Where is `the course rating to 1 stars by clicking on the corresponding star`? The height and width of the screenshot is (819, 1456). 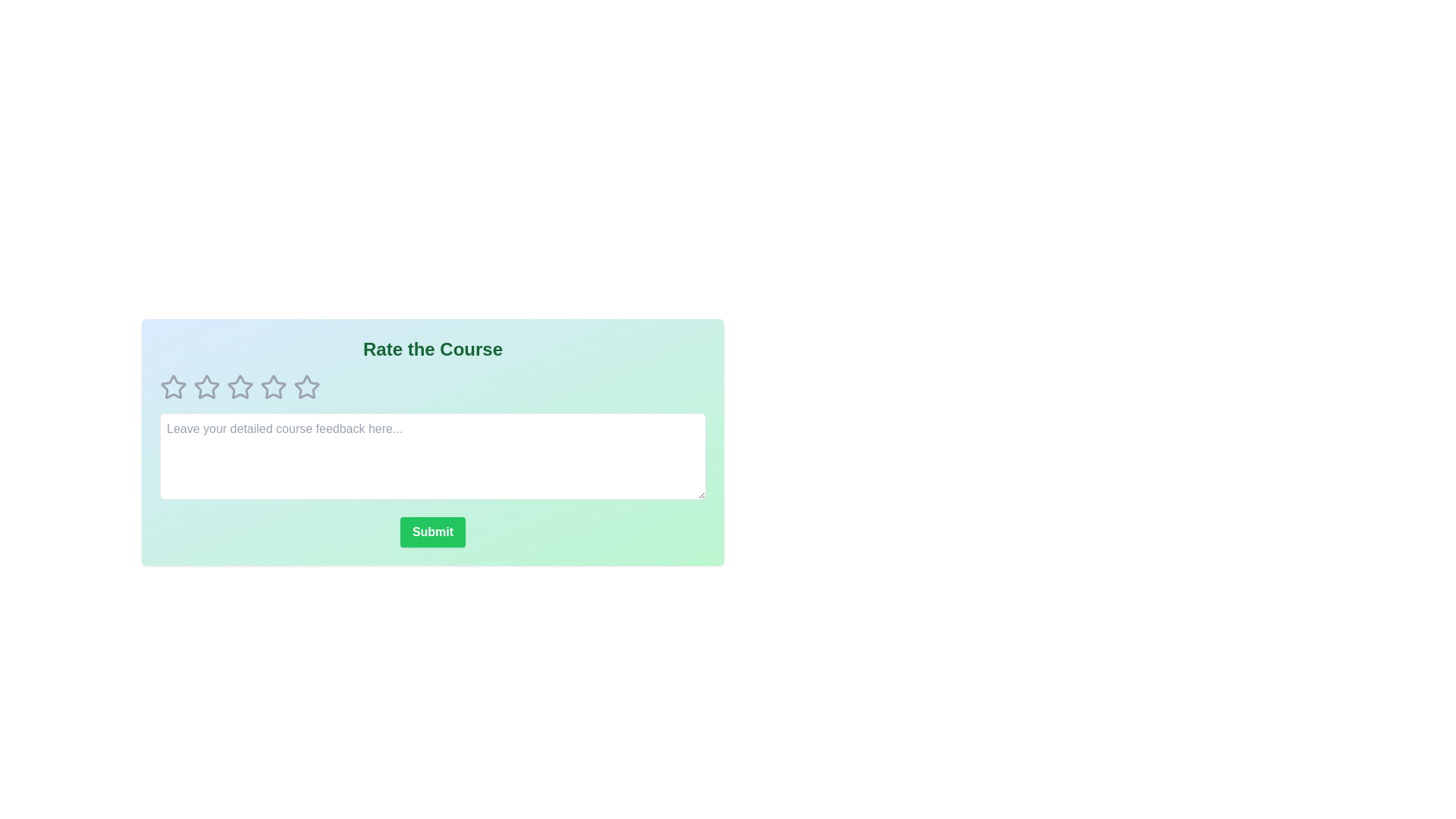 the course rating to 1 stars by clicking on the corresponding star is located at coordinates (174, 386).